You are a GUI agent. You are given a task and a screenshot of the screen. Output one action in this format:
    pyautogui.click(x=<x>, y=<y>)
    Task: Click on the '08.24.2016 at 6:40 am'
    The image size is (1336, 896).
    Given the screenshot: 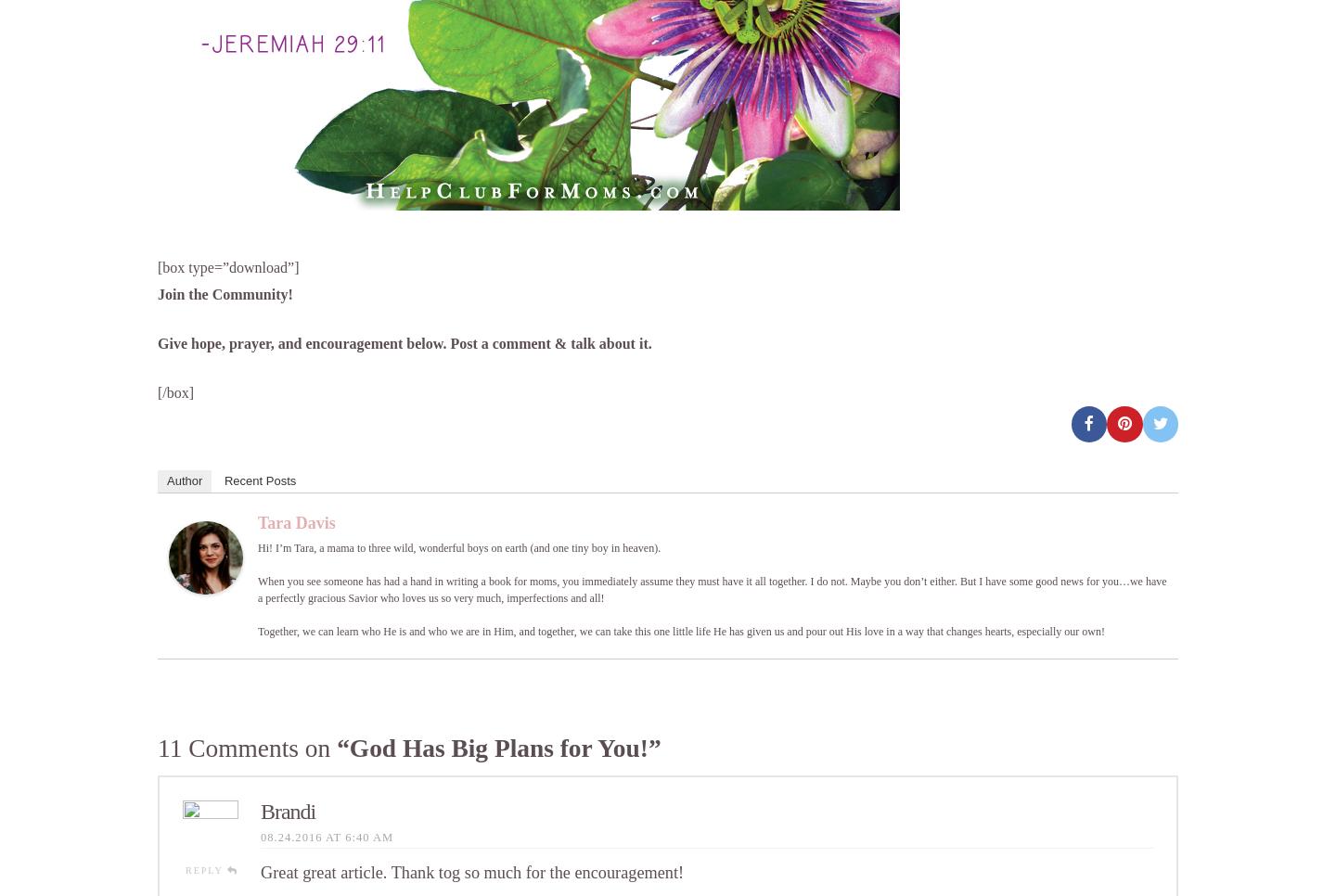 What is the action you would take?
    pyautogui.click(x=327, y=835)
    